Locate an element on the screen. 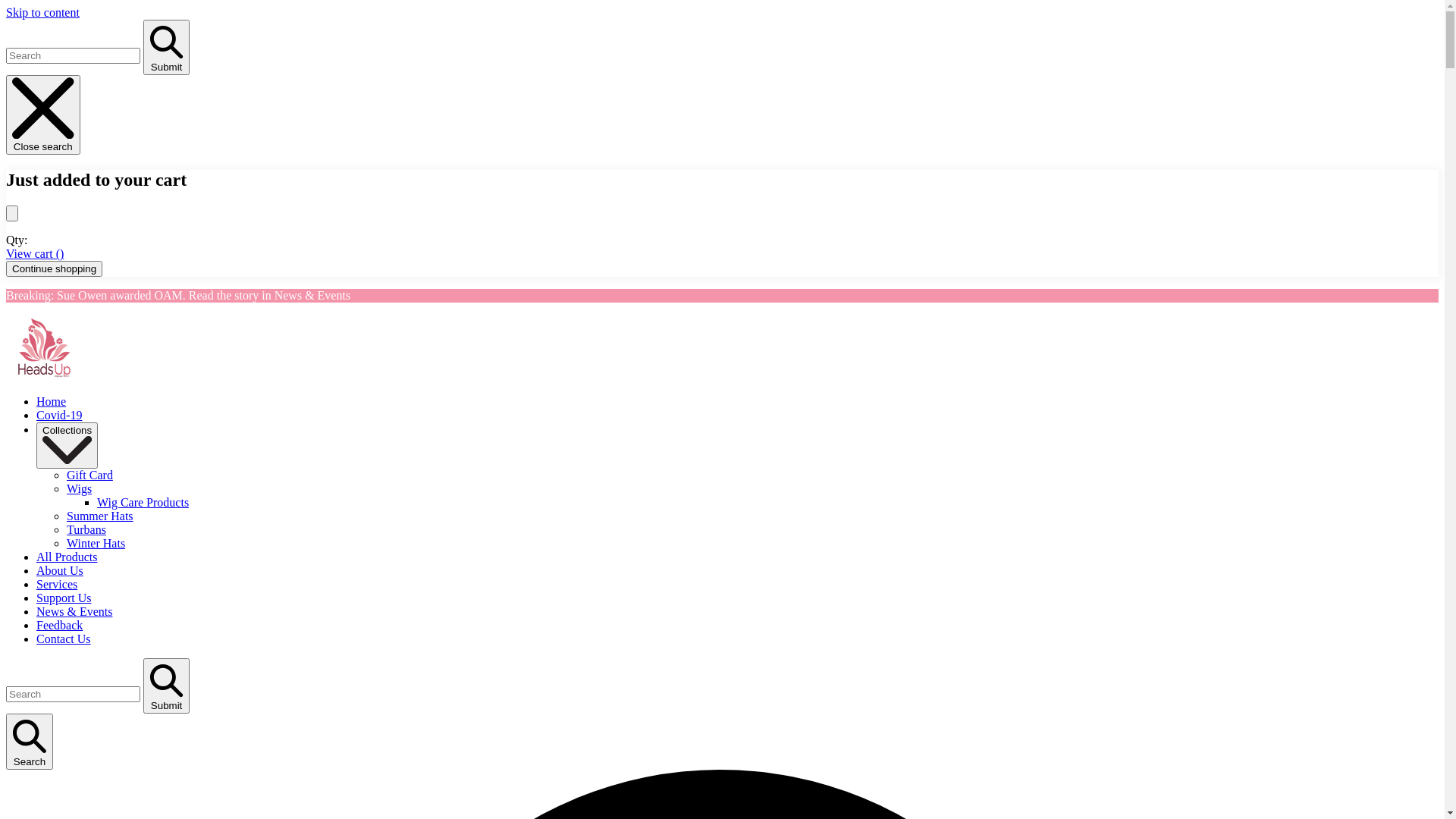 The height and width of the screenshot is (819, 1456). 'Continue shopping' is located at coordinates (54, 268).